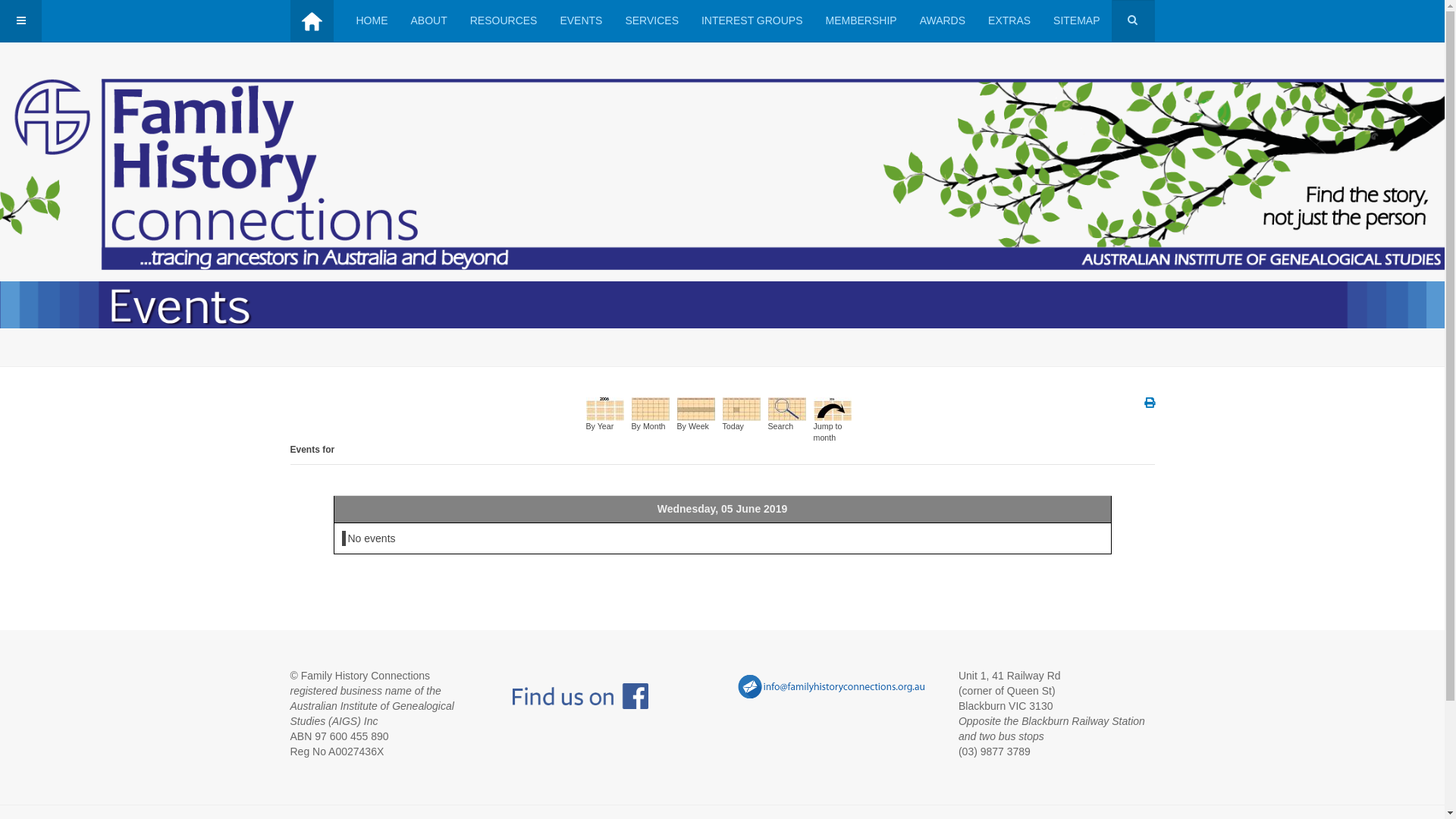 The height and width of the screenshot is (819, 1456). What do you see at coordinates (608, 689) in the screenshot?
I see `' '` at bounding box center [608, 689].